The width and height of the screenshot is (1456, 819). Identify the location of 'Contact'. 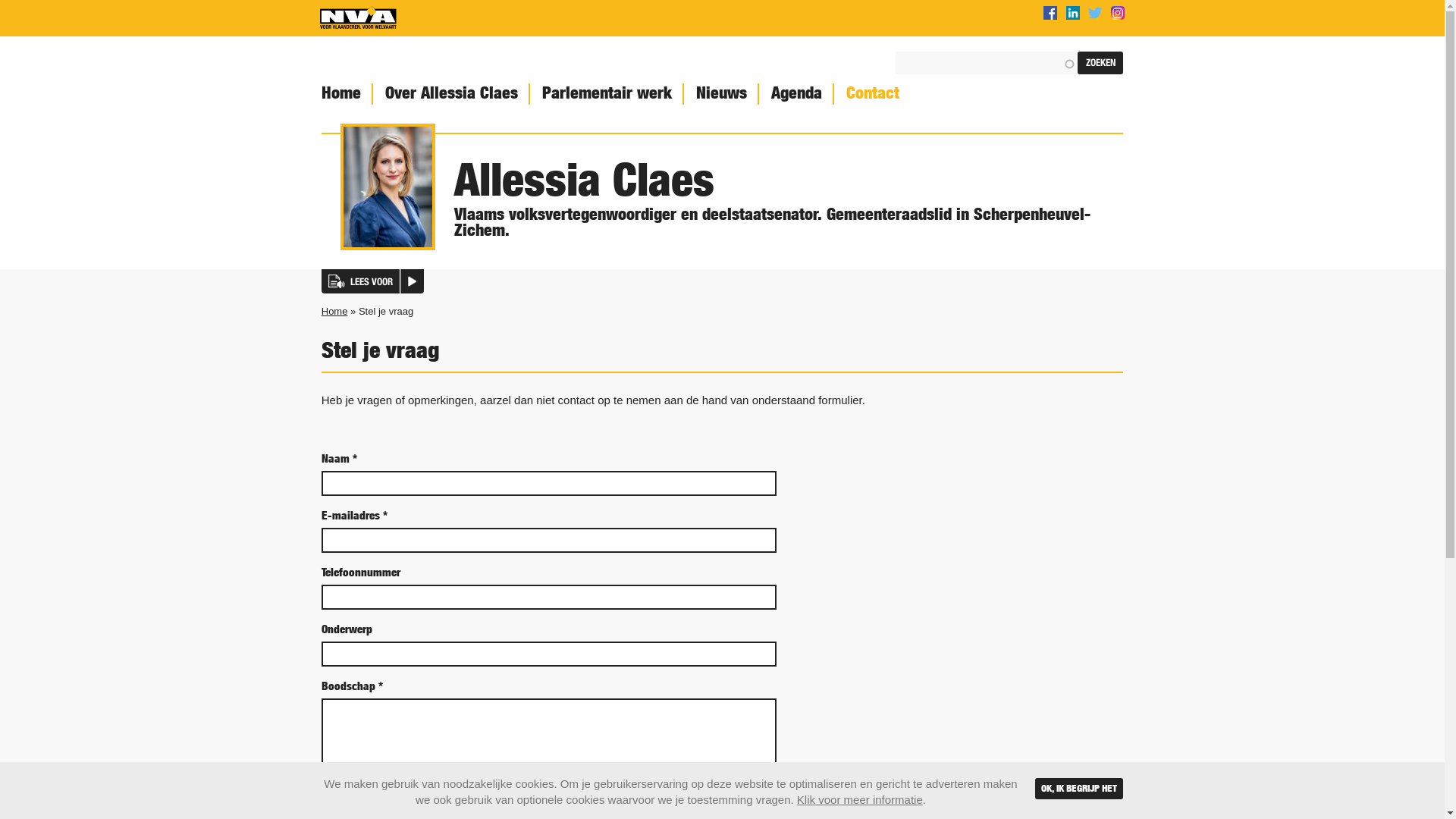
(832, 93).